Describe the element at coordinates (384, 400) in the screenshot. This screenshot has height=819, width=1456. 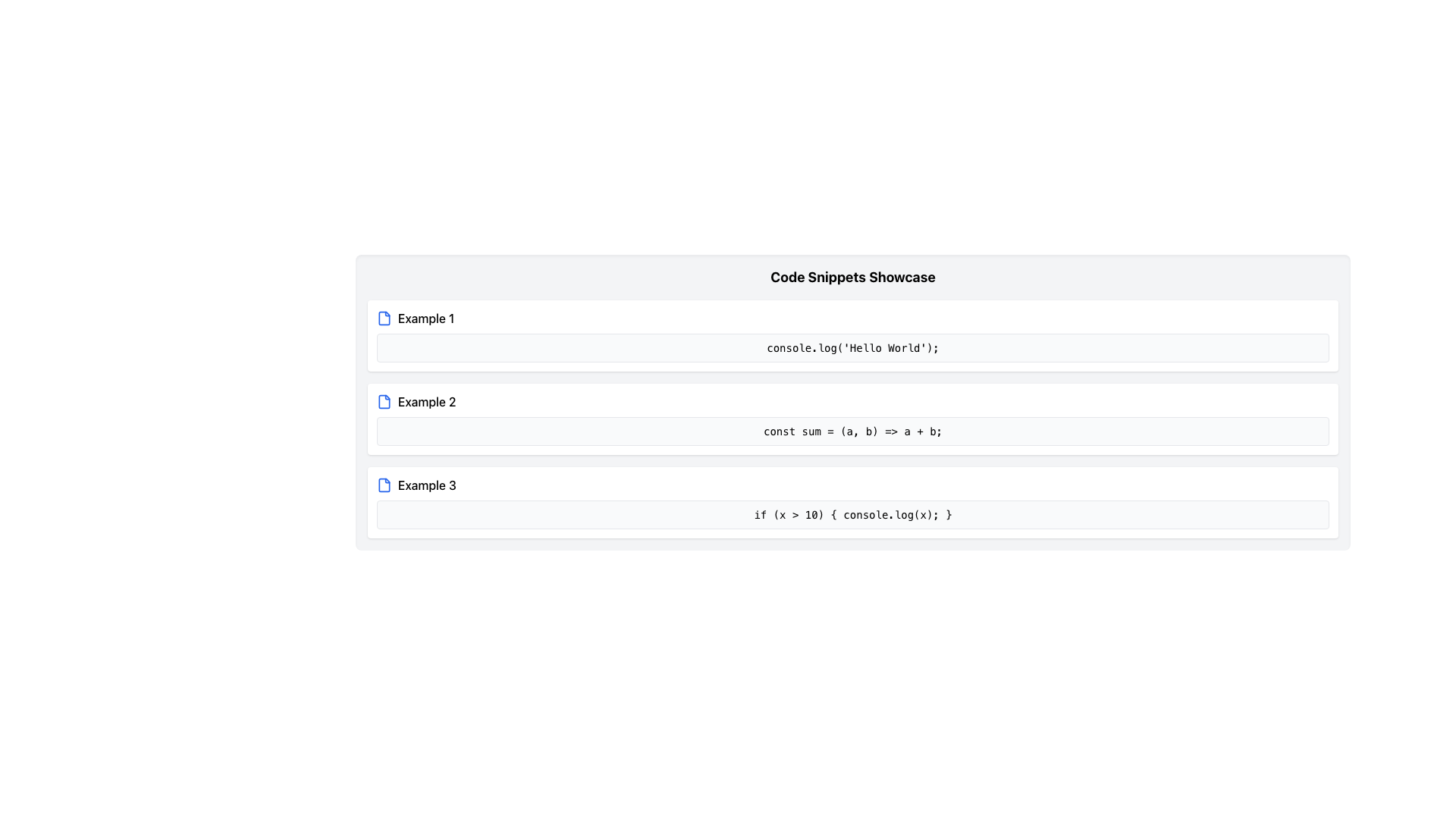
I see `the small rectangular icon resembling a document or file, which has a blue outline and white fill, located to the left of the text 'Example 2'` at that location.